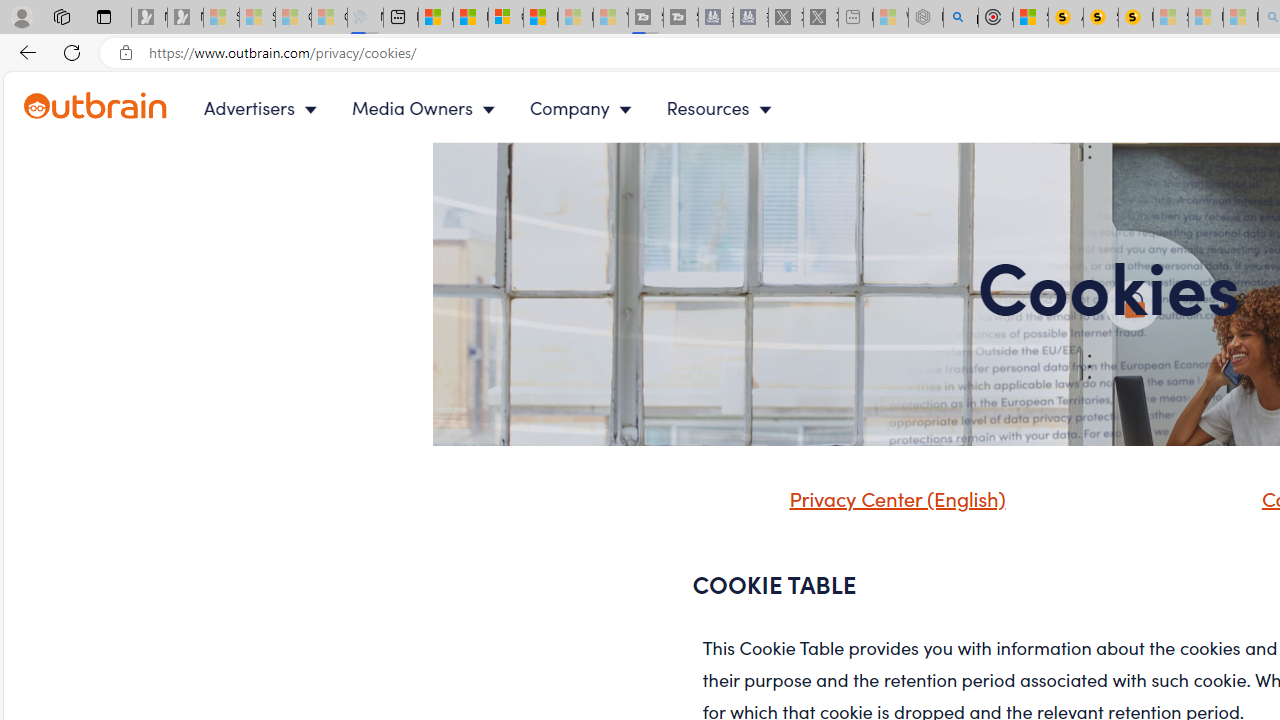  Describe the element at coordinates (722, 108) in the screenshot. I see `'Resources'` at that location.